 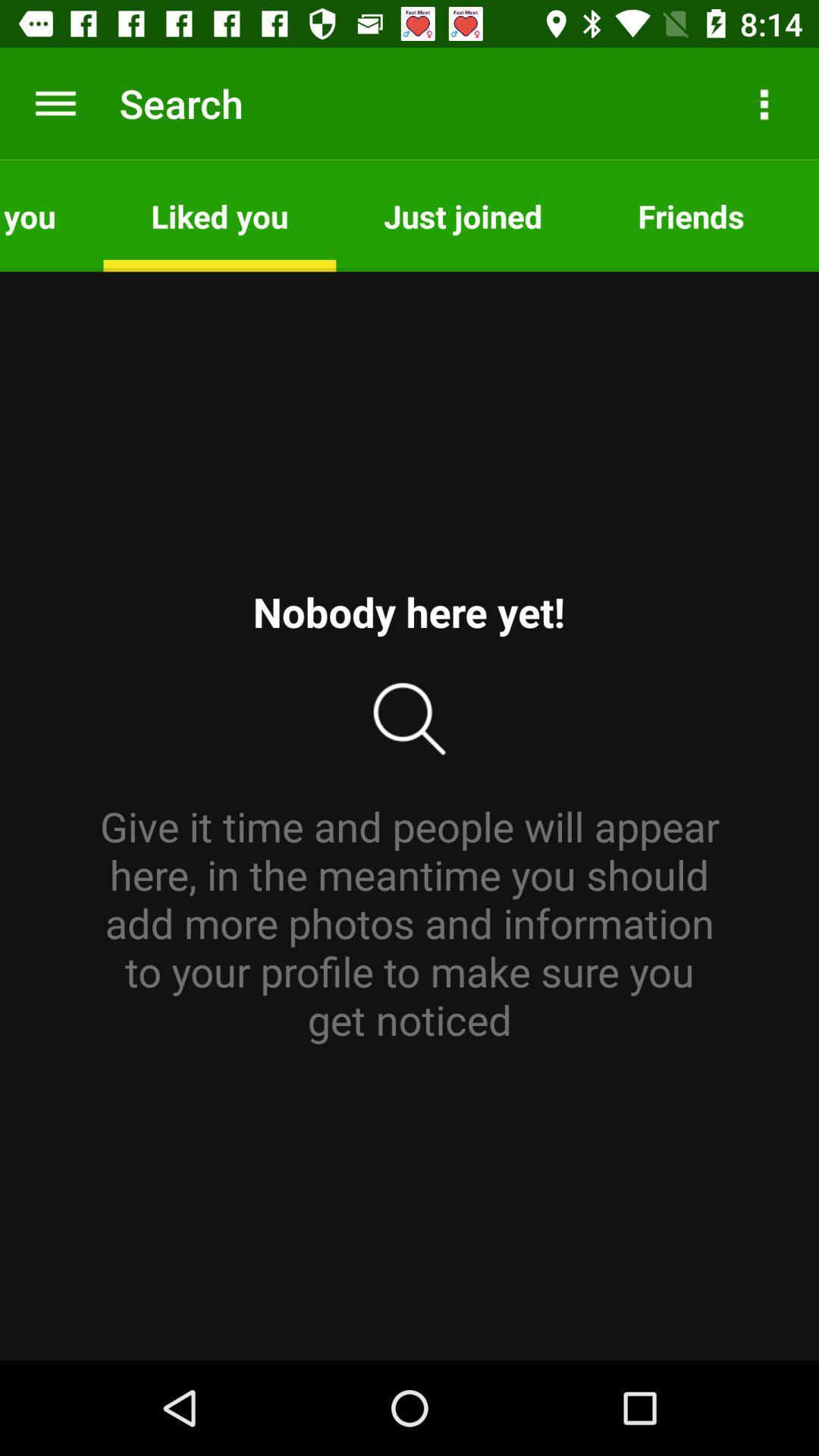 I want to click on item next to the just joined, so click(x=691, y=215).